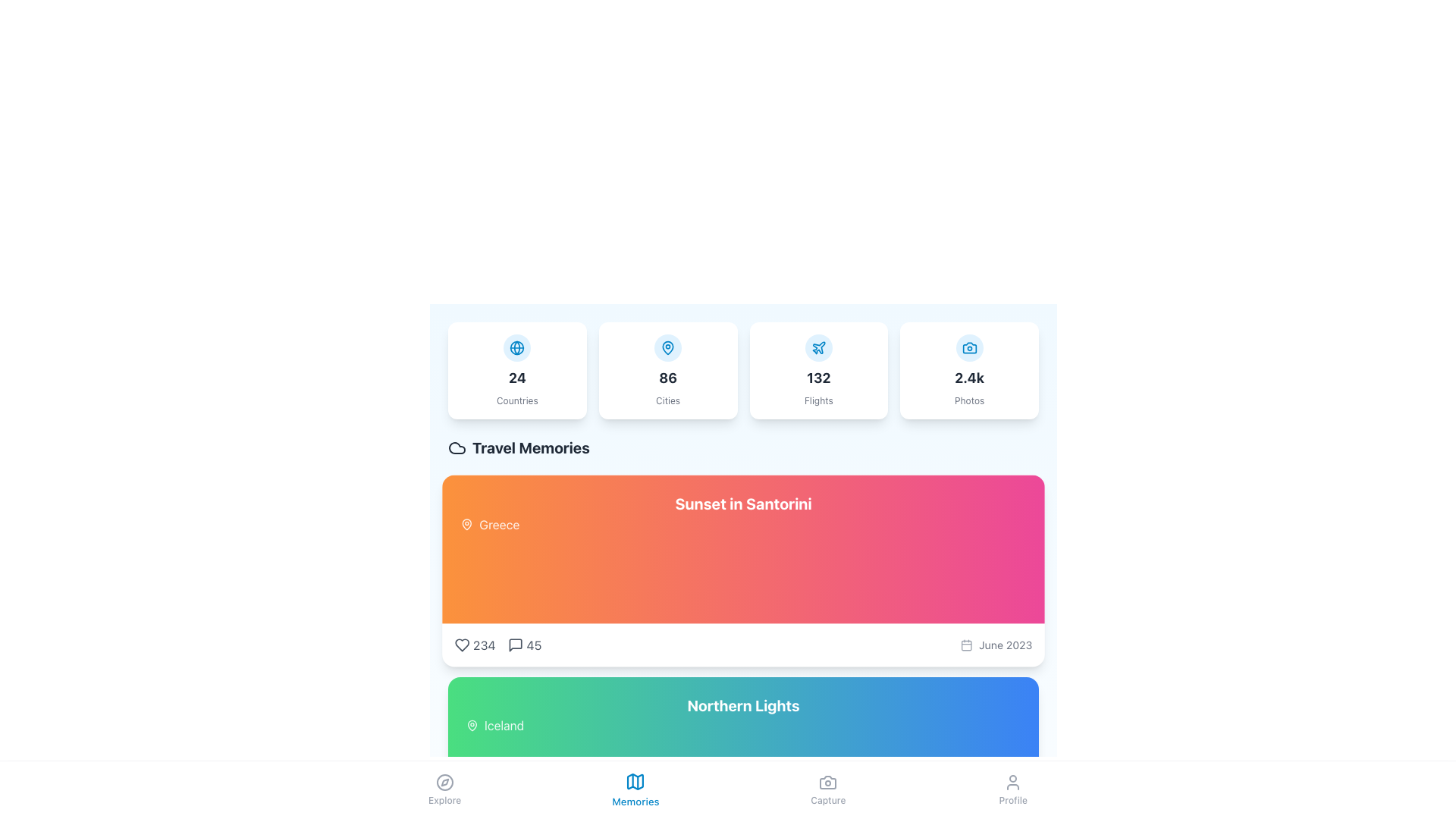  I want to click on numeric value represented by the Text label that denotes the quantity of 'Countries', specifically the number 24, located centrally within one of four horizontally-aligned card components, so click(517, 377).